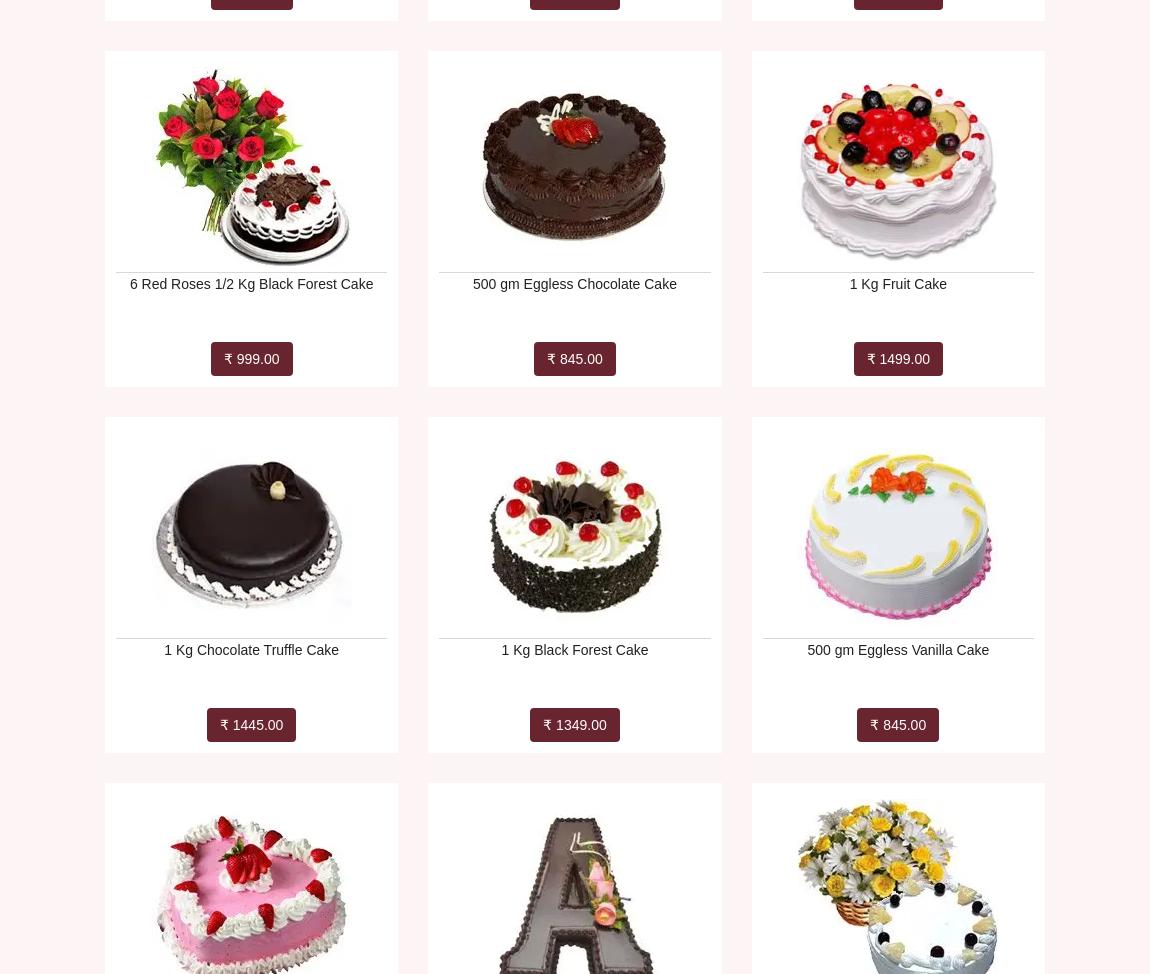 The height and width of the screenshot is (974, 1150). Describe the element at coordinates (574, 283) in the screenshot. I see `'500 gm Eggless Chocolate Cake'` at that location.